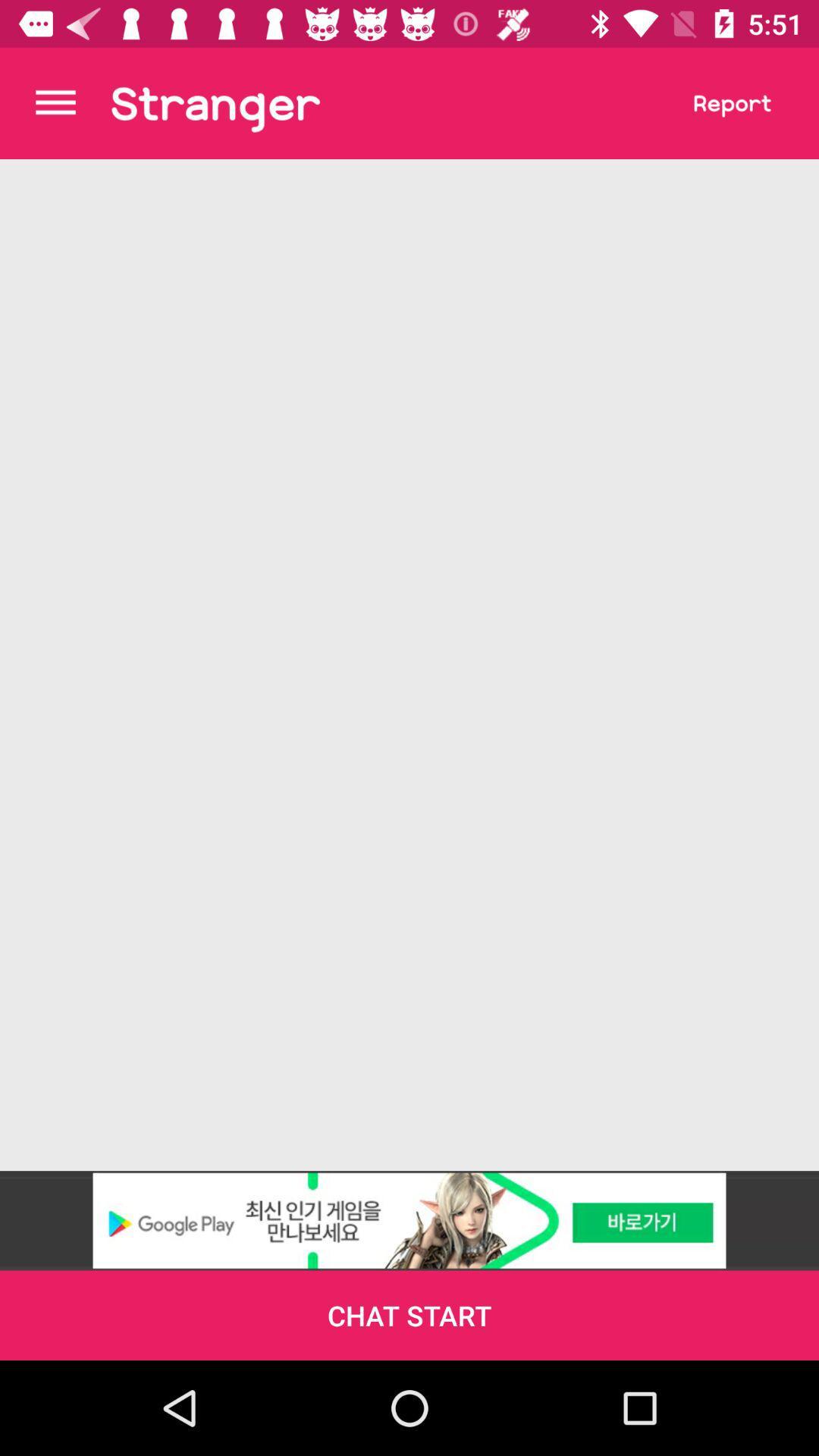  I want to click on the menu bar, so click(55, 102).